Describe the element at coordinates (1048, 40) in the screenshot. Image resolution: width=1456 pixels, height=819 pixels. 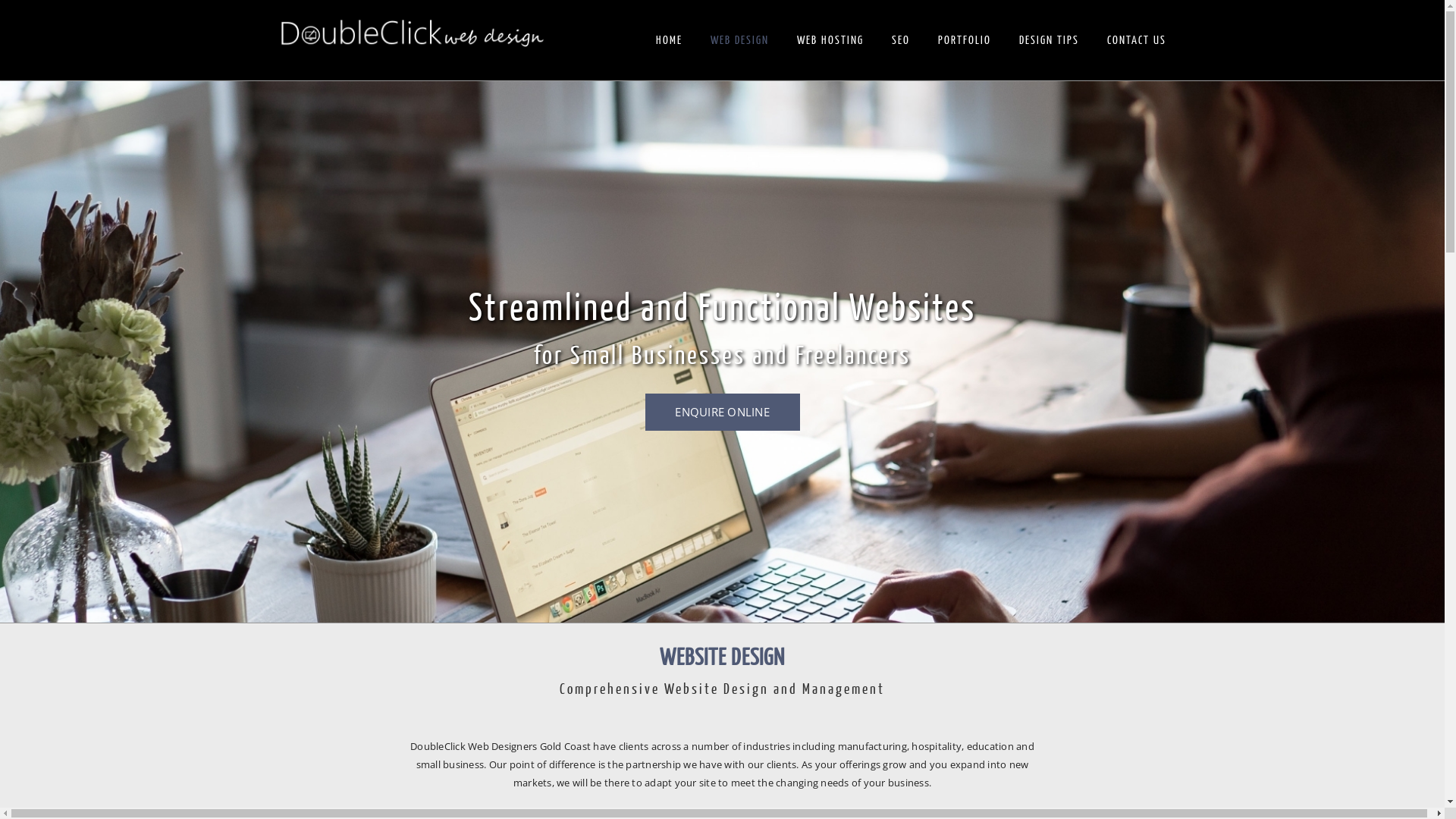
I see `'DESIGN TIPS'` at that location.